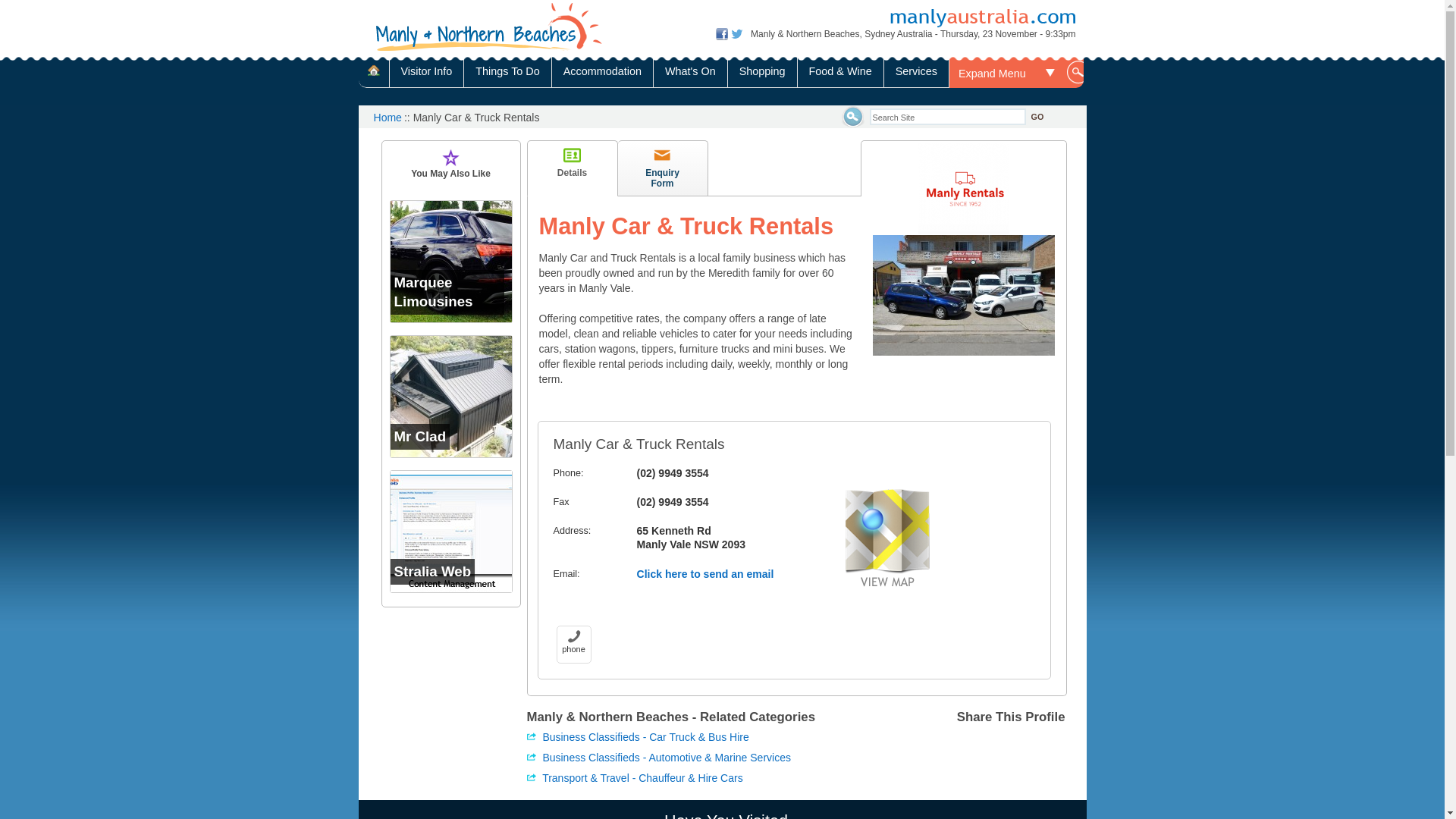 The image size is (1456, 819). I want to click on 'Enquiry, so click(662, 168).